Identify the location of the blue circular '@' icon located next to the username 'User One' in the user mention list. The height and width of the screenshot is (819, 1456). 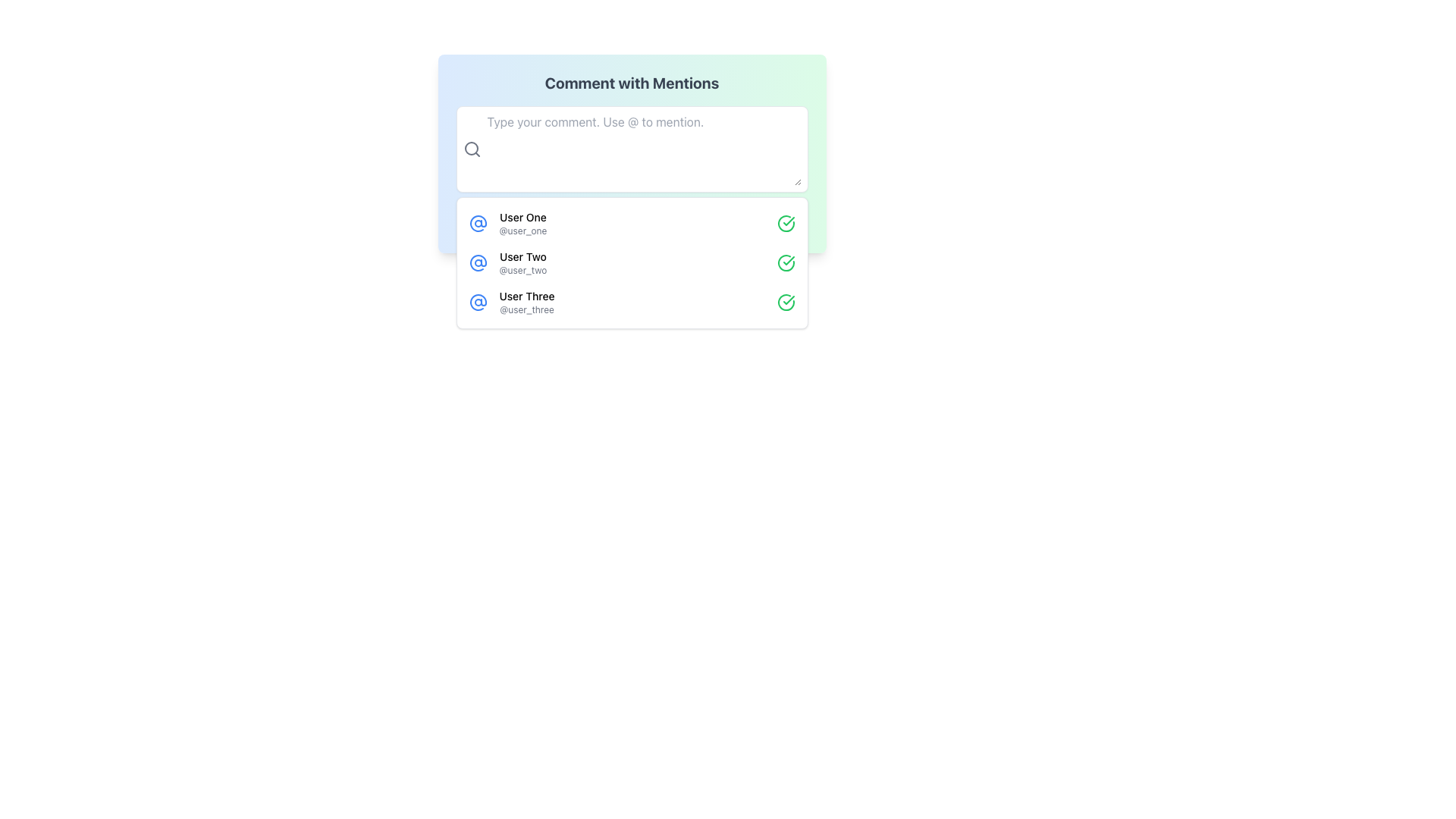
(477, 223).